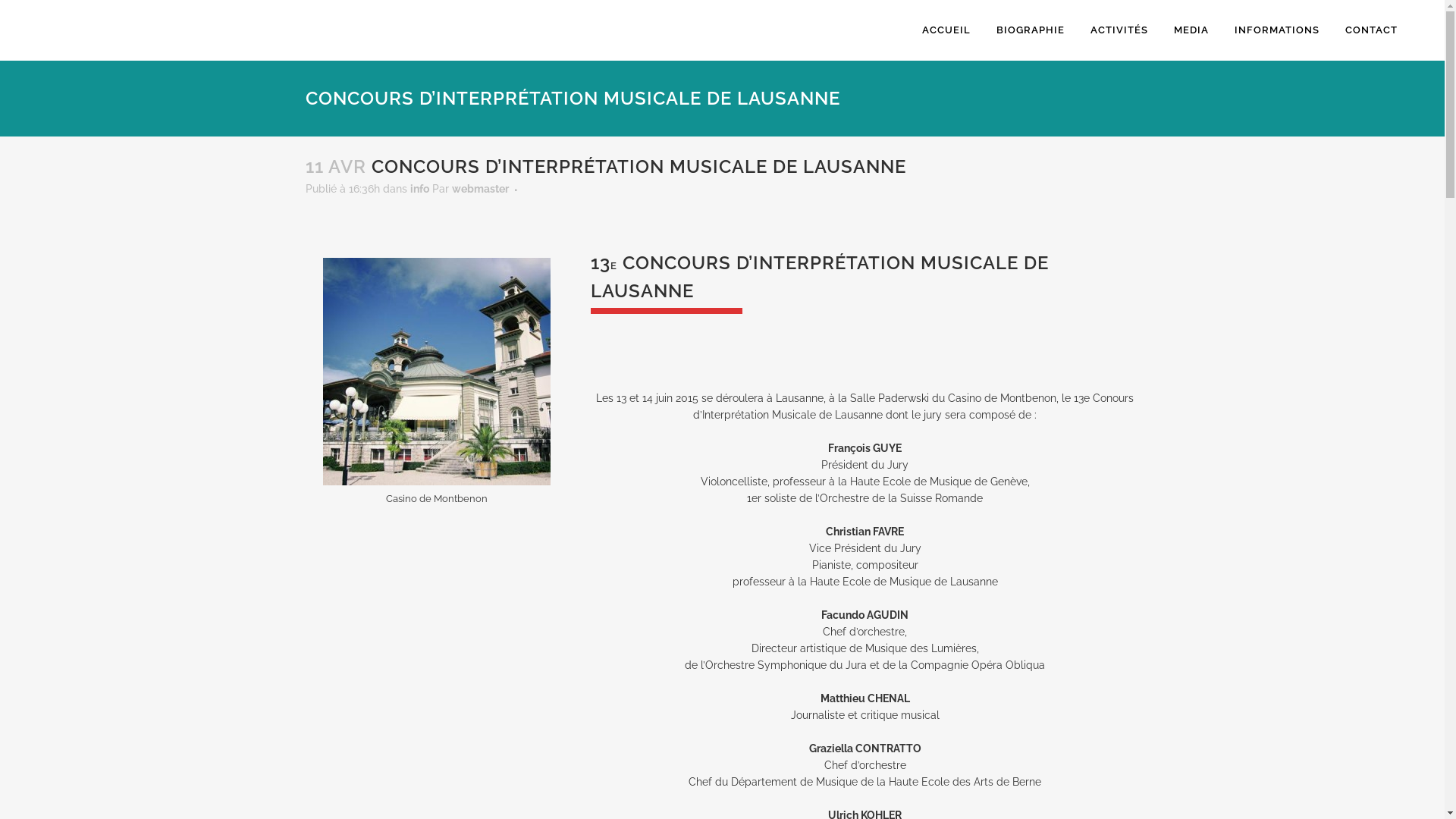  I want to click on 'INFORMATIONS', so click(1222, 30).